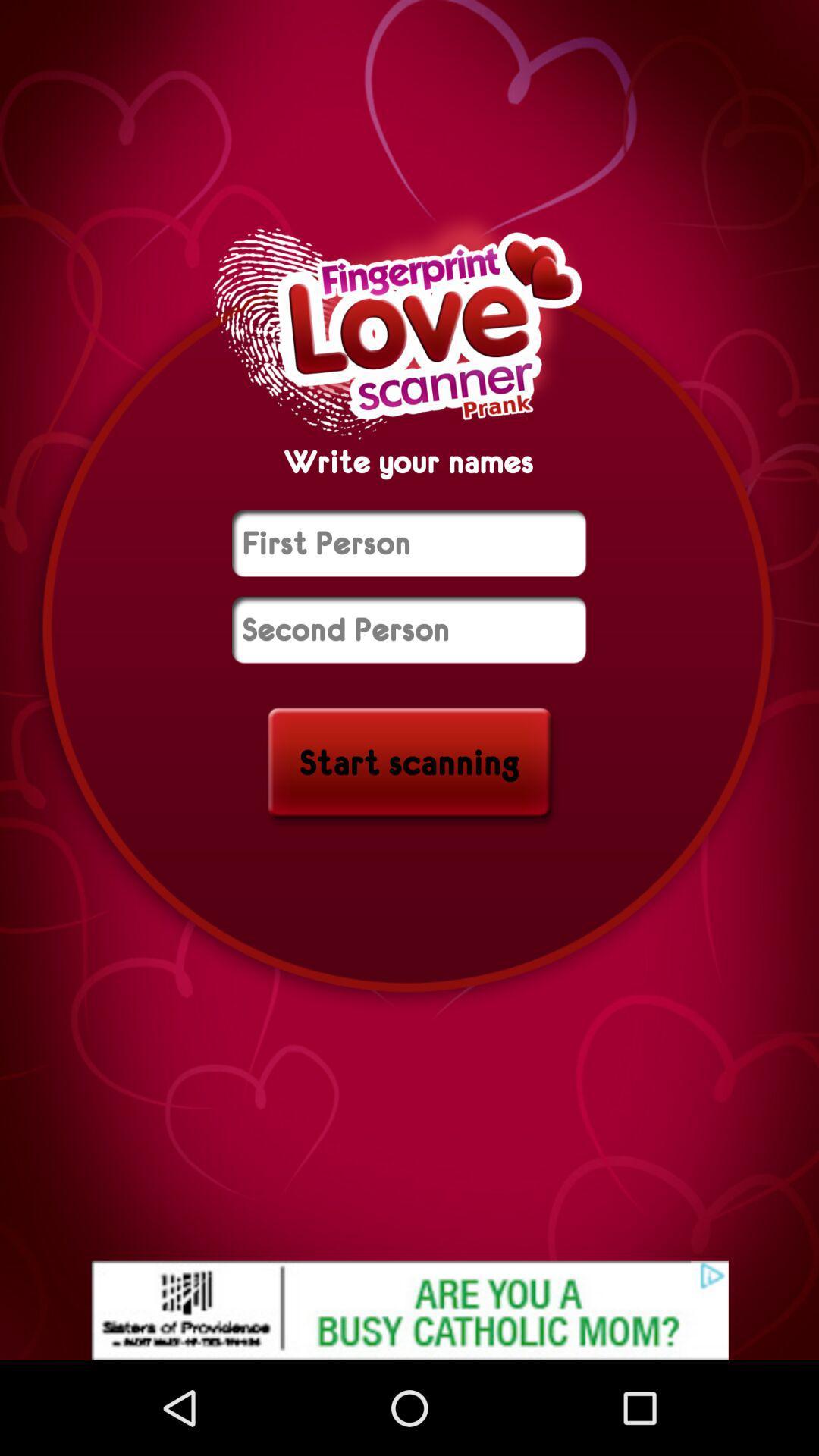 This screenshot has height=1456, width=819. What do you see at coordinates (408, 543) in the screenshot?
I see `pass word page` at bounding box center [408, 543].